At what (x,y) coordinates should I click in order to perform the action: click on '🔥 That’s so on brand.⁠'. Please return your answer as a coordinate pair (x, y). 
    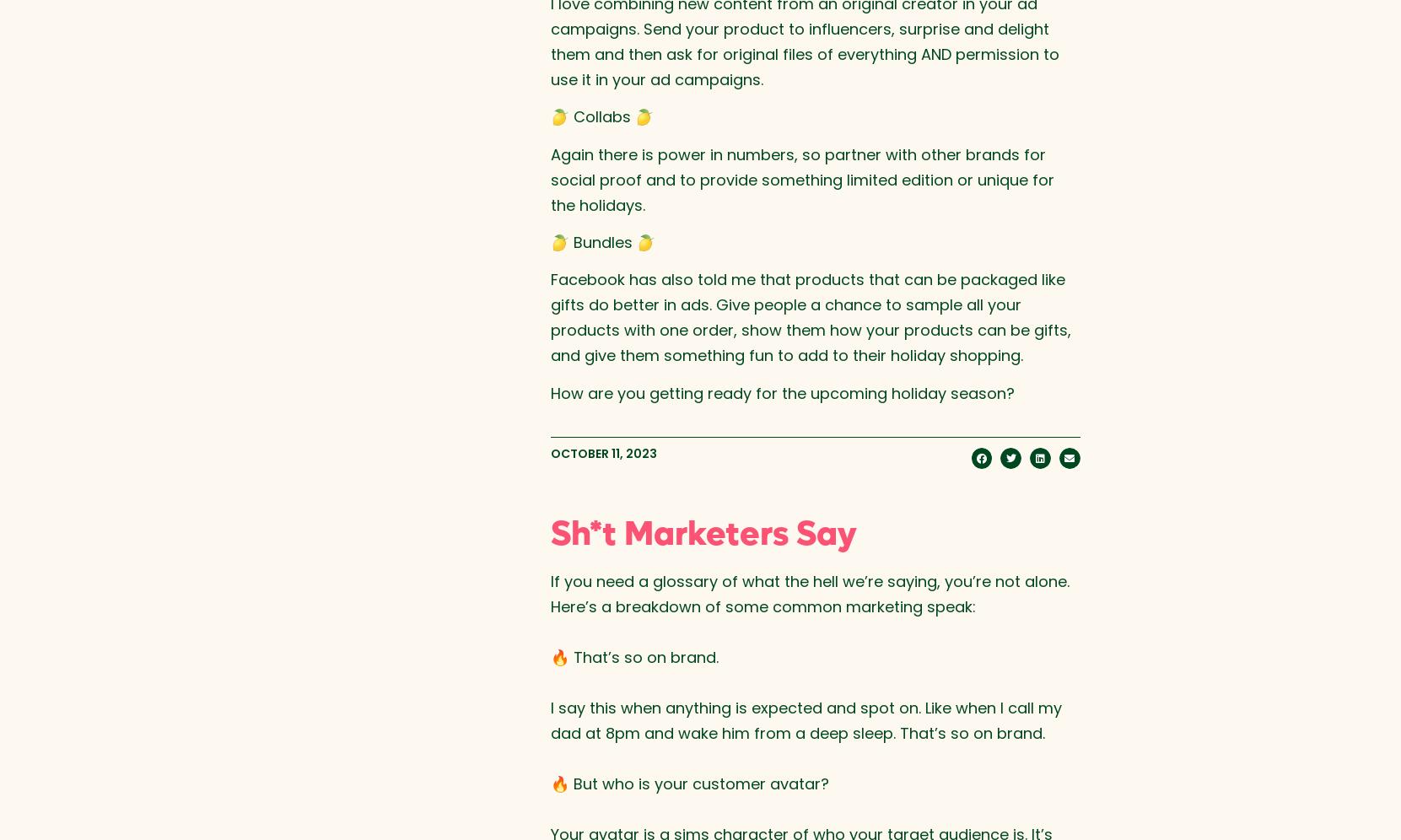
    Looking at the image, I should click on (549, 656).